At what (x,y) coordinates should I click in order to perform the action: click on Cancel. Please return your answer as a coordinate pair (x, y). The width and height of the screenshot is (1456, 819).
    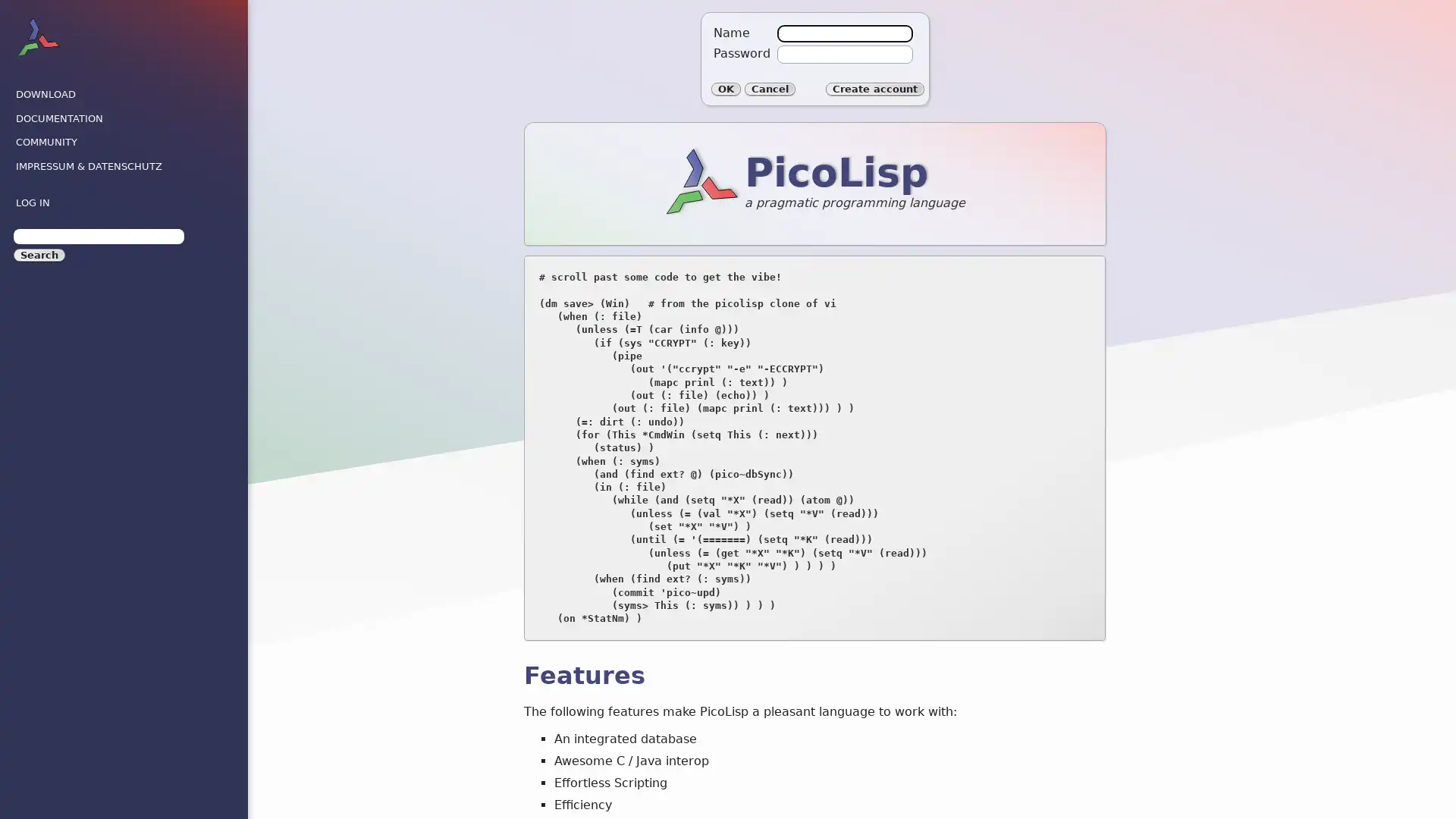
    Looking at the image, I should click on (769, 89).